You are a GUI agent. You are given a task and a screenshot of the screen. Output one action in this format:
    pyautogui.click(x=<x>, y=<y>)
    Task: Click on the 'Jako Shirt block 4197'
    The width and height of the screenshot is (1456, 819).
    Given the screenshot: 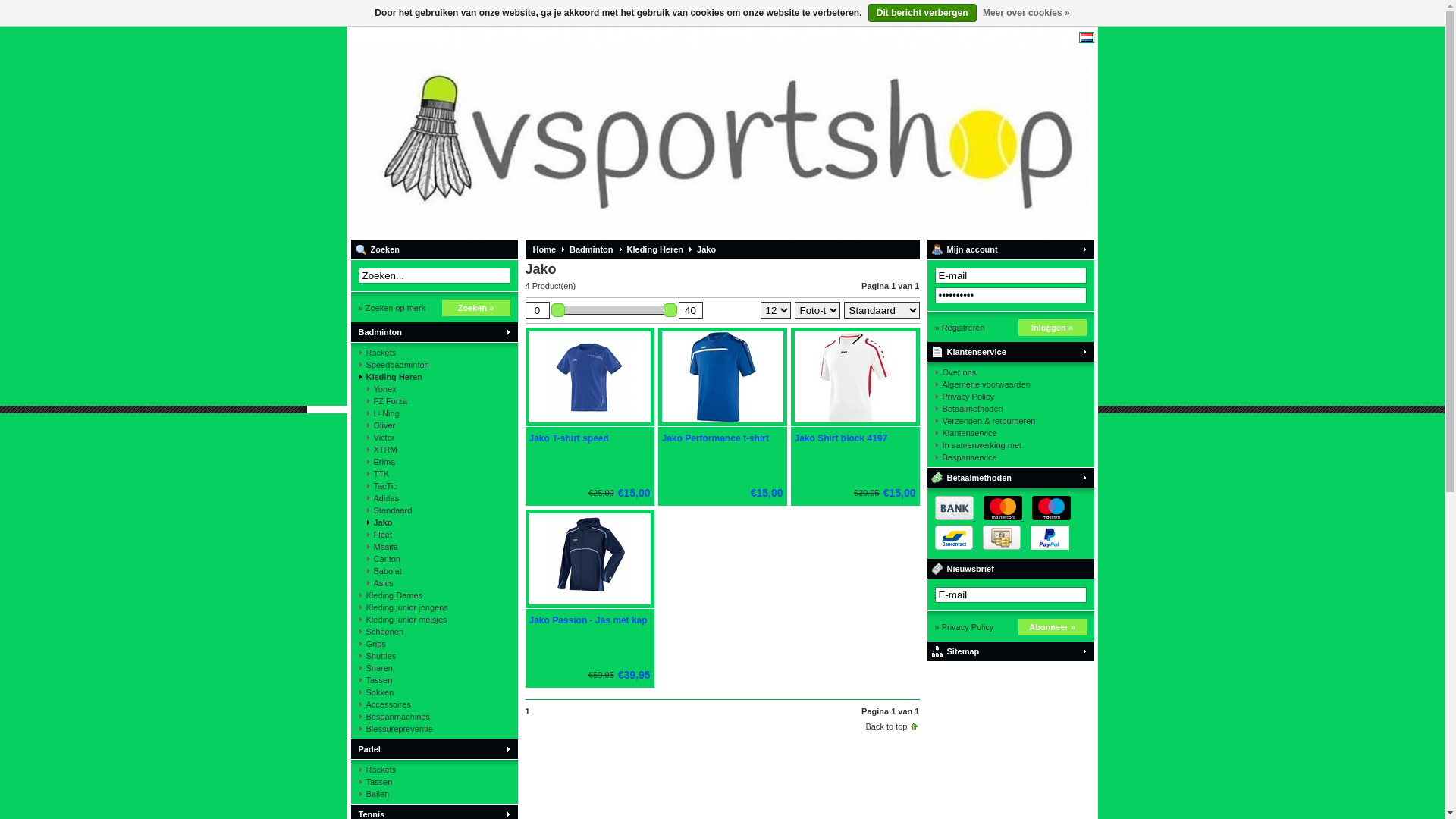 What is the action you would take?
    pyautogui.click(x=855, y=423)
    